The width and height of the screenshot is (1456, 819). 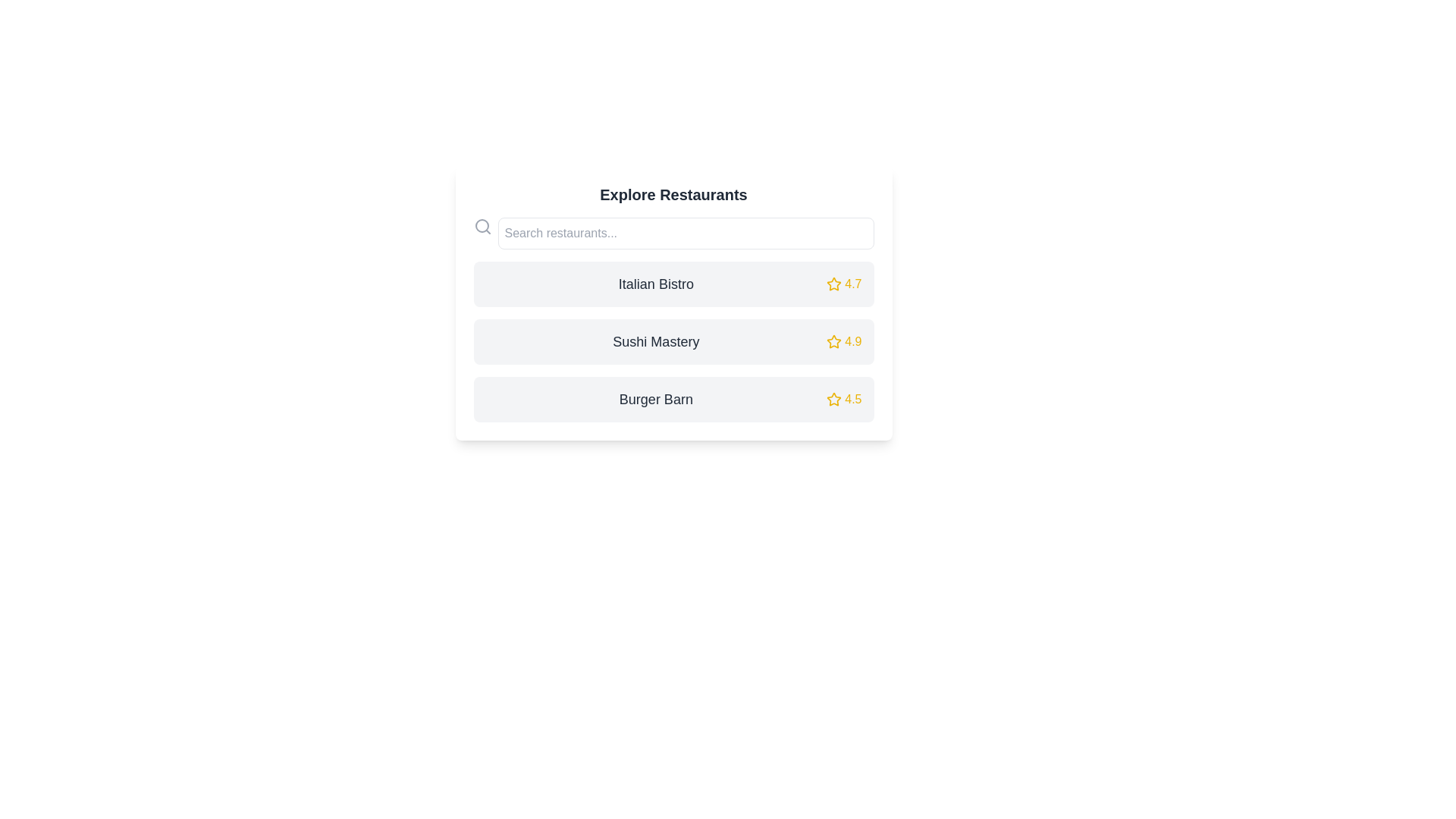 I want to click on the text label that visually represents the rating value of the 'Burger Barn' menu item, so click(x=853, y=399).